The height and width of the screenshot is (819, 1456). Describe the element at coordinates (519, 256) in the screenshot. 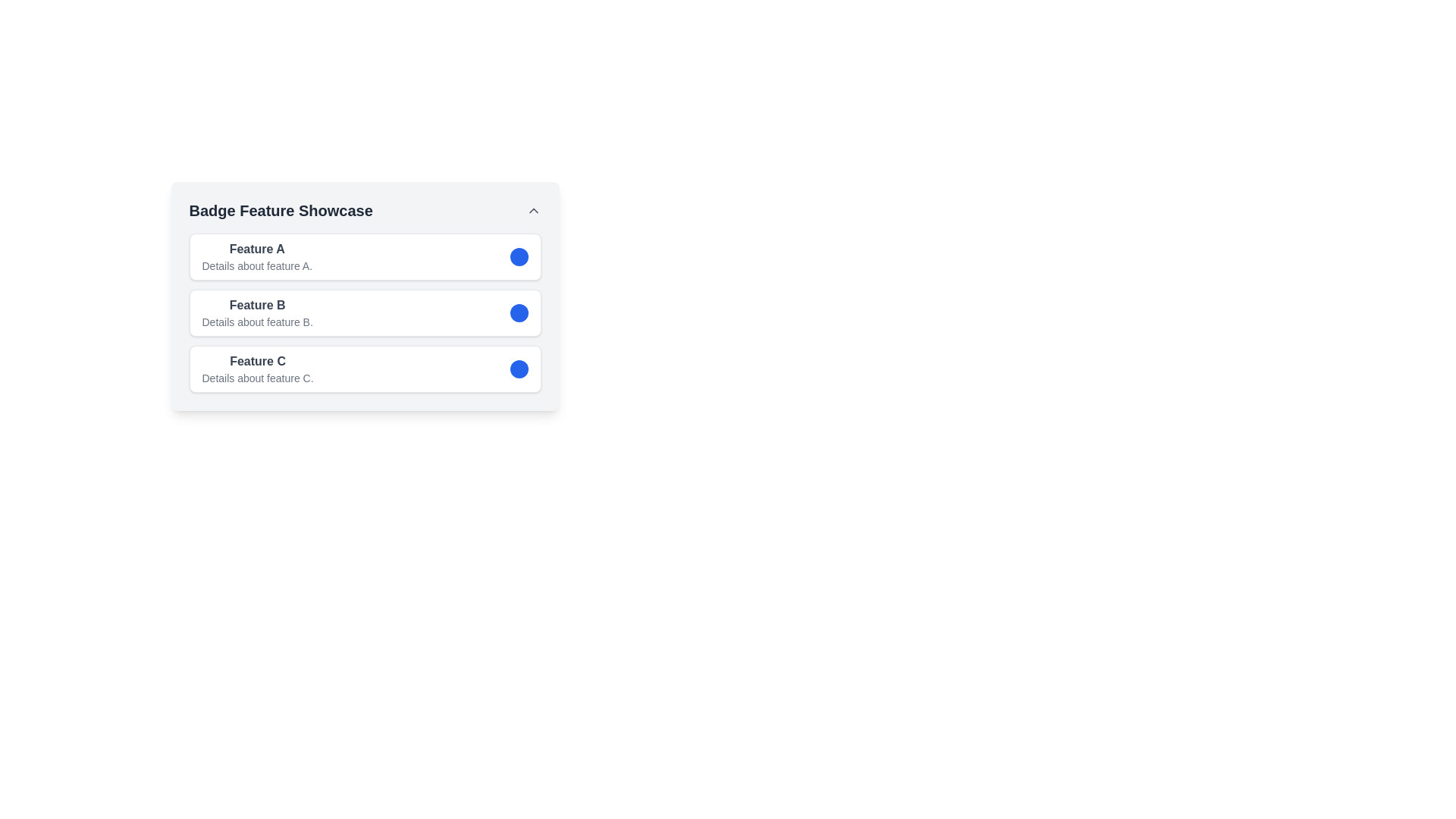

I see `the 'Active' status indicator badge located at the far right of the row labeled 'Feature A' within the top third of a card listing` at that location.